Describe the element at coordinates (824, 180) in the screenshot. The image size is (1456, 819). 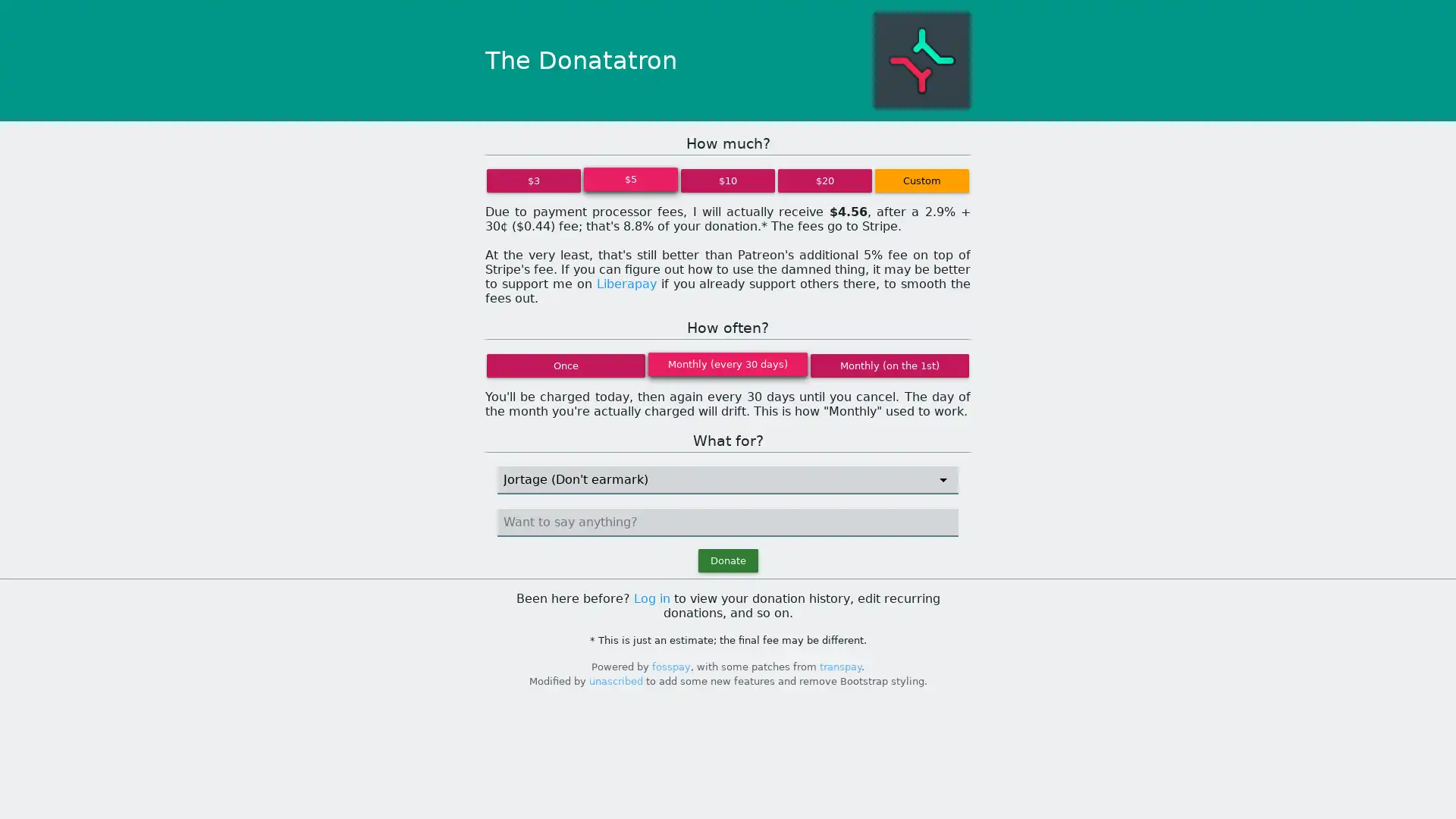
I see `$20` at that location.